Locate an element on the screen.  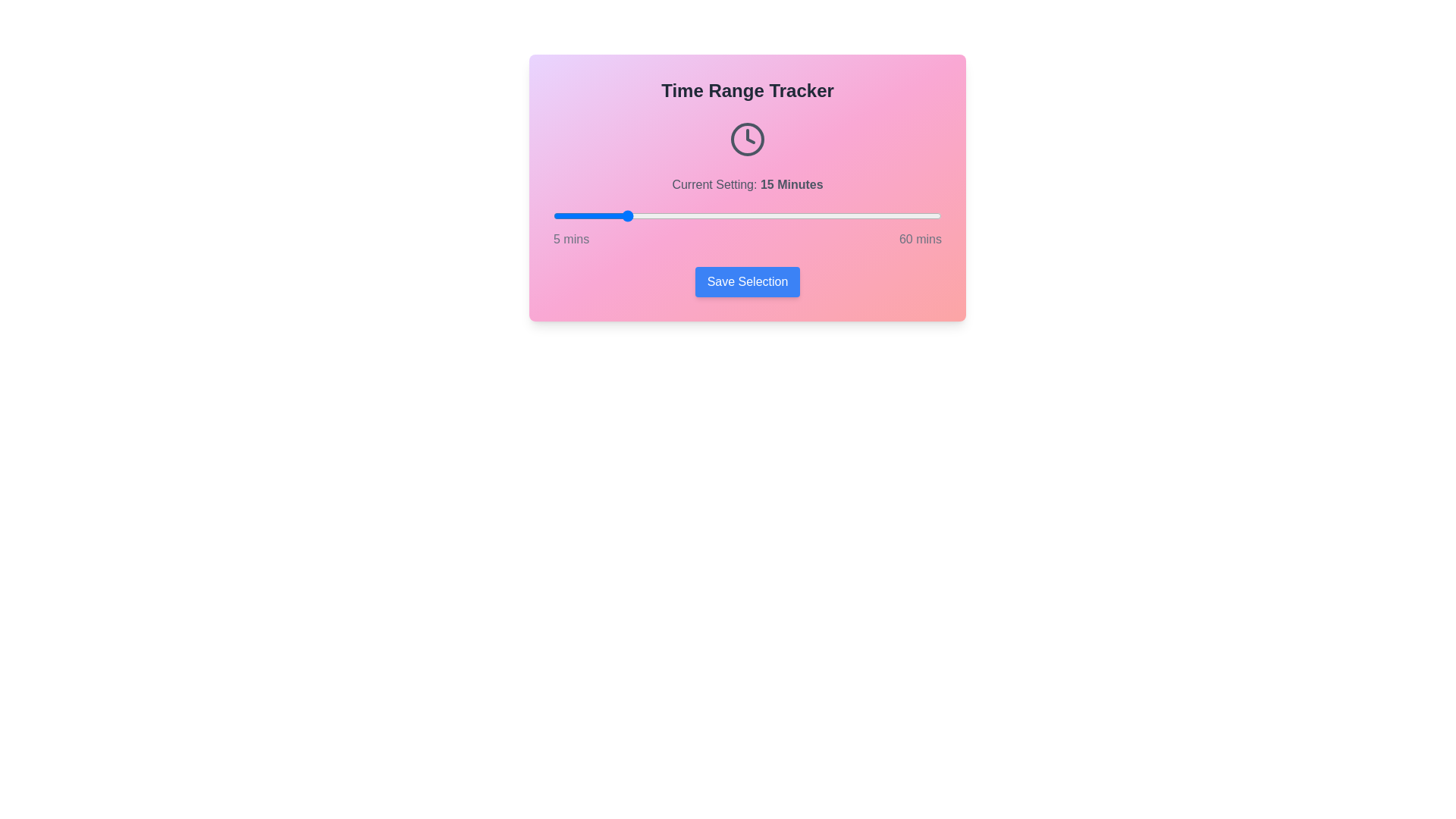
the time range slider to 55 minutes is located at coordinates (906, 216).